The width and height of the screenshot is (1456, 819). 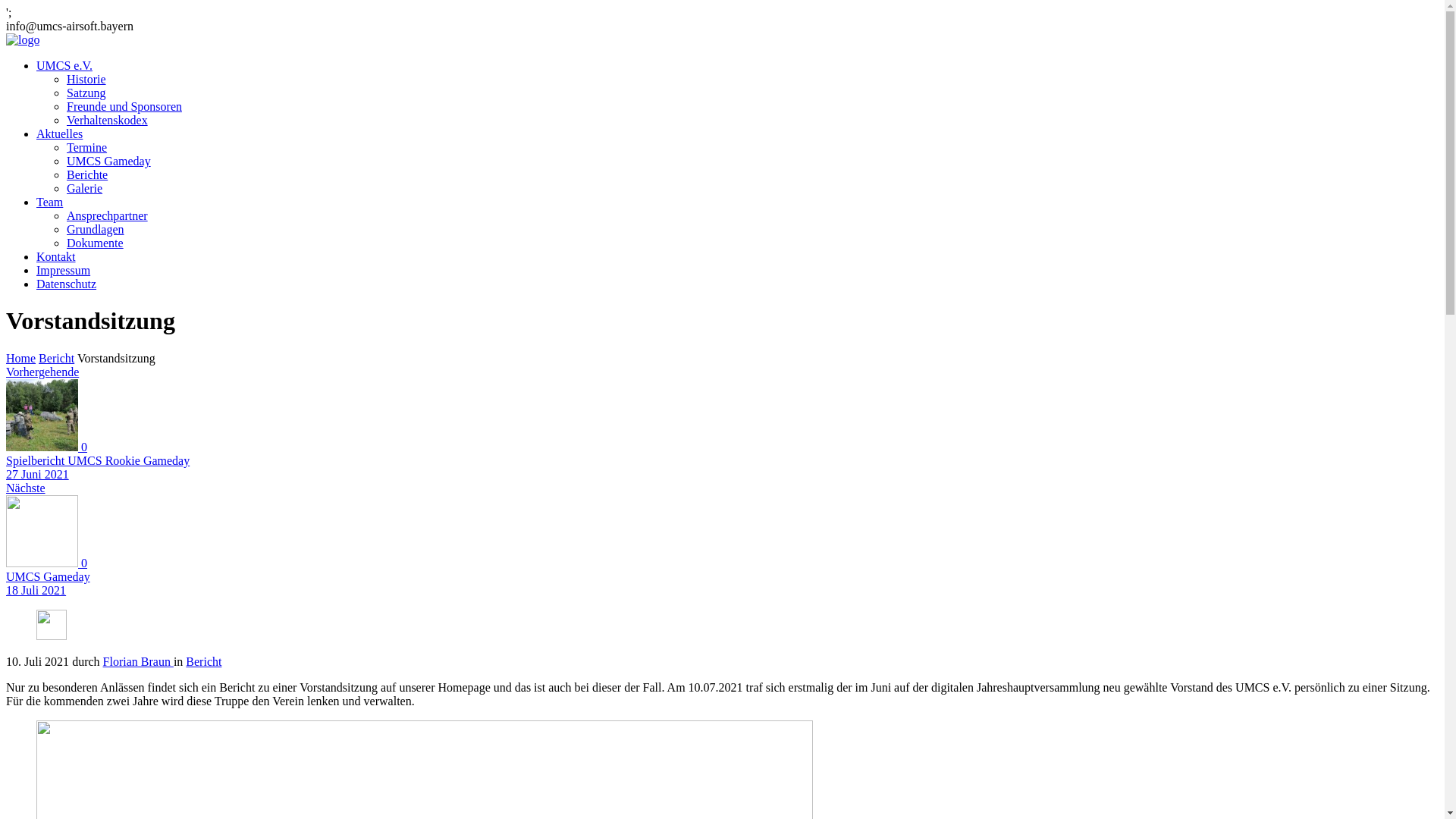 I want to click on 'Aktuelles', so click(x=59, y=133).